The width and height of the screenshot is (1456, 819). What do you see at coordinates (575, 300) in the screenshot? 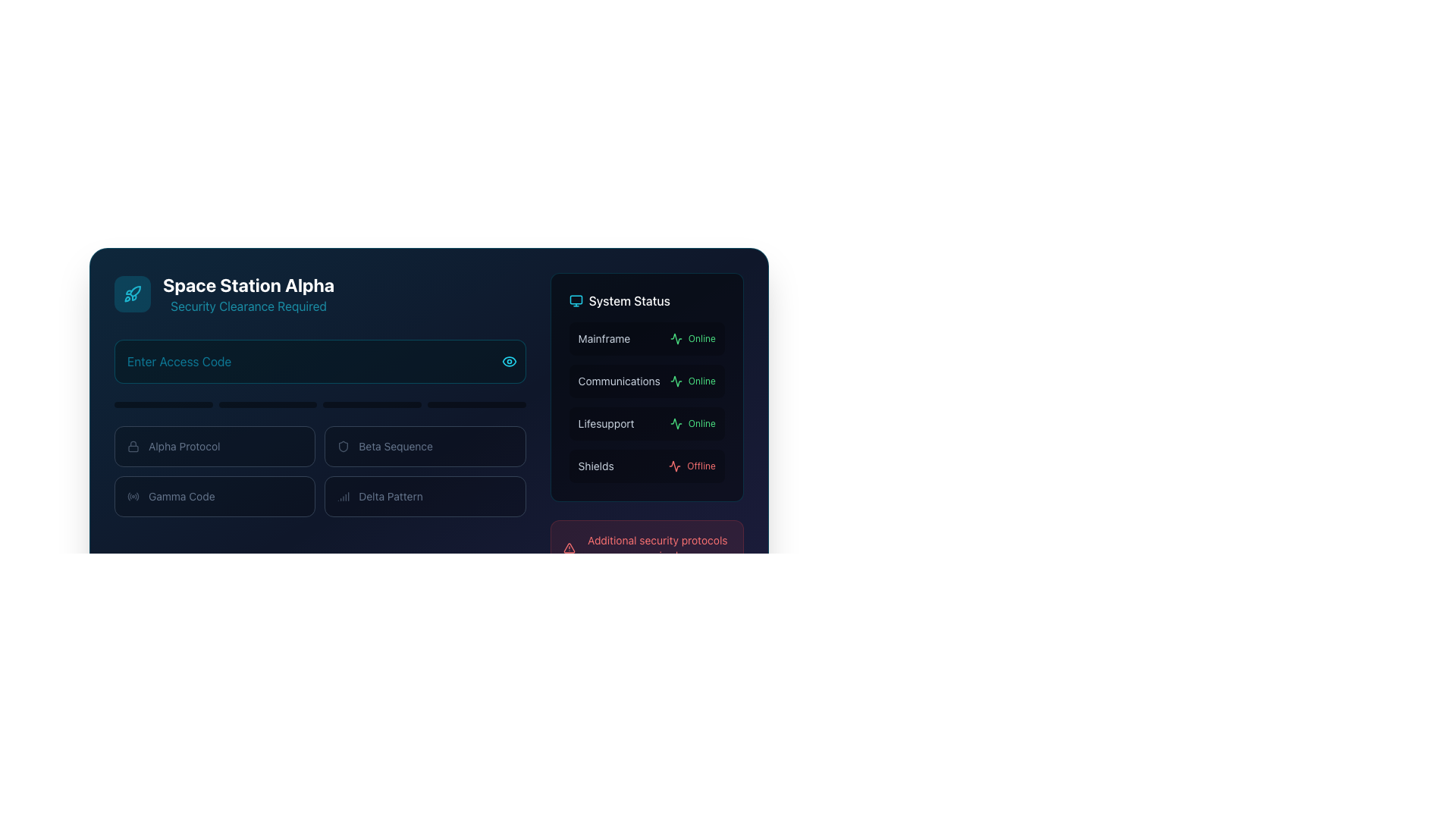
I see `the graphical component of the monitor icon within the system status section to trigger potential tooltips or interactions` at bounding box center [575, 300].